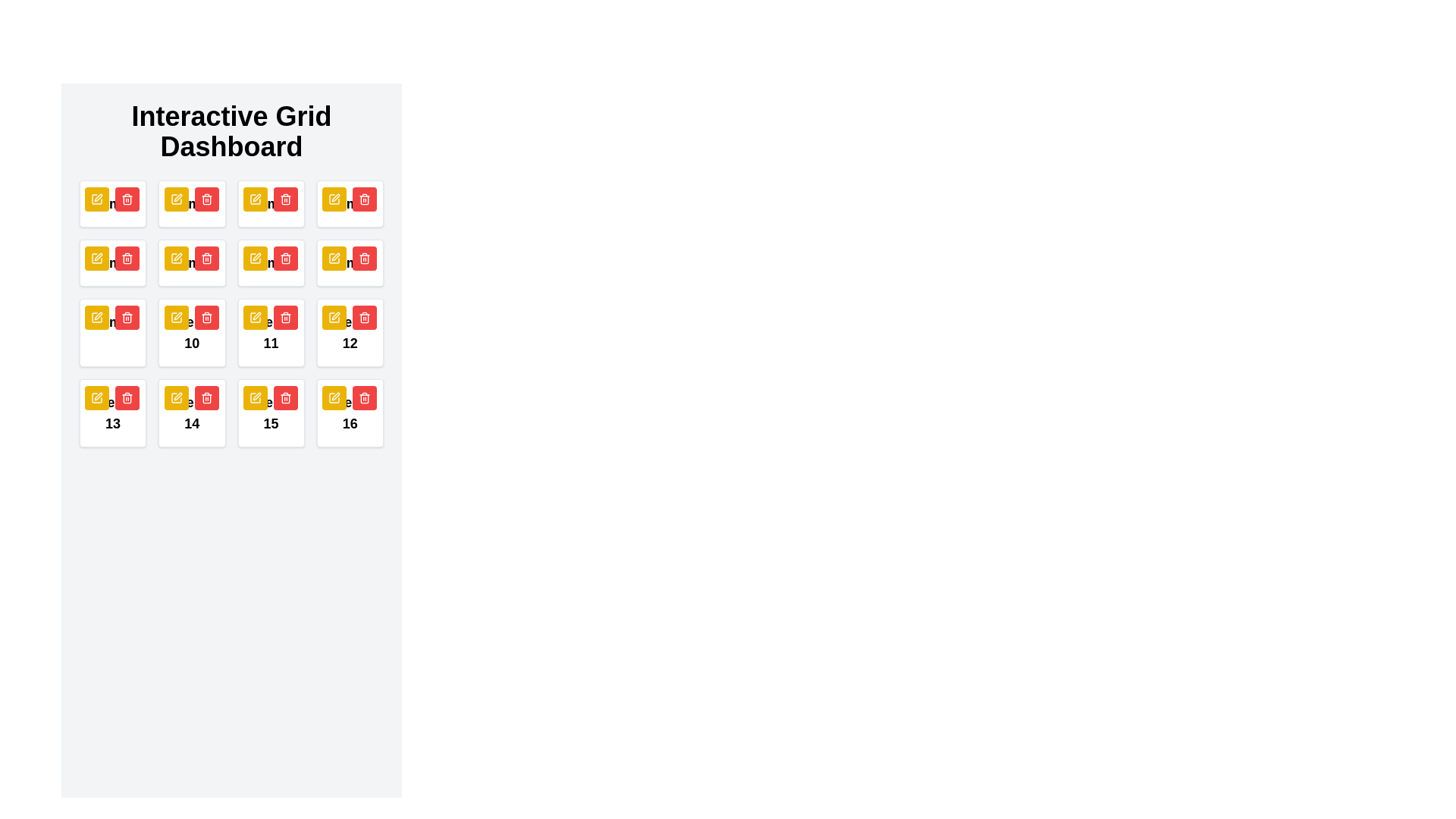  Describe the element at coordinates (255, 198) in the screenshot. I see `the Edit icon located in the yellow button with white text in the 3rd row and 1st column of the grid for keyboard interaction` at that location.